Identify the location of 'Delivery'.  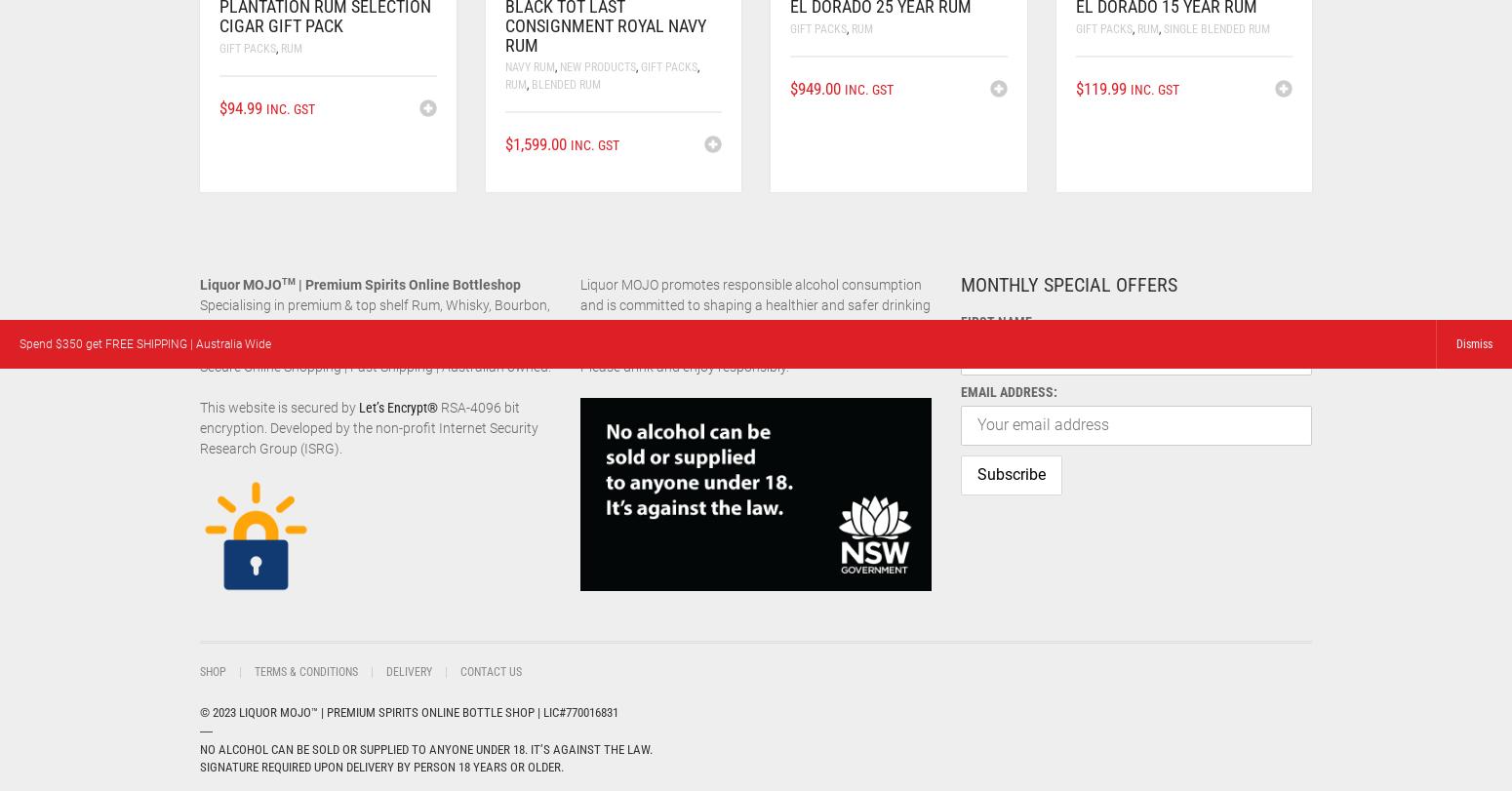
(409, 671).